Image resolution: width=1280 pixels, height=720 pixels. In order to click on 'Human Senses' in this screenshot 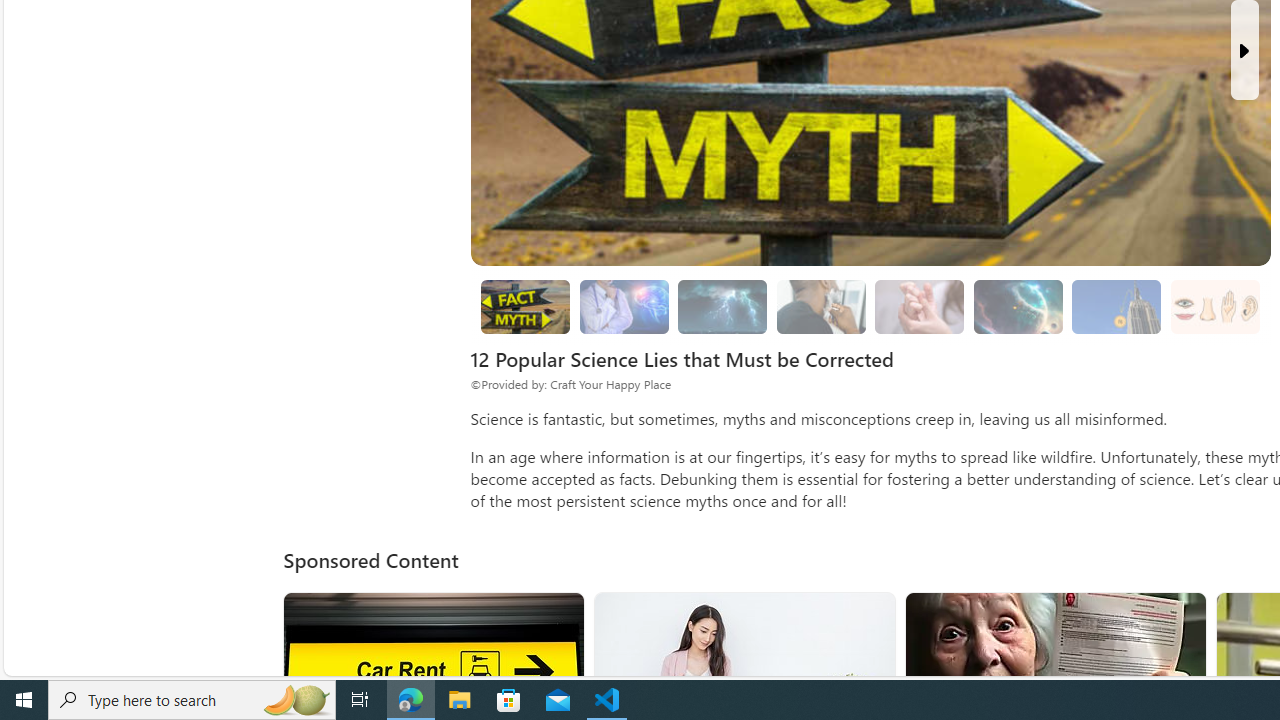, I will do `click(1213, 307)`.